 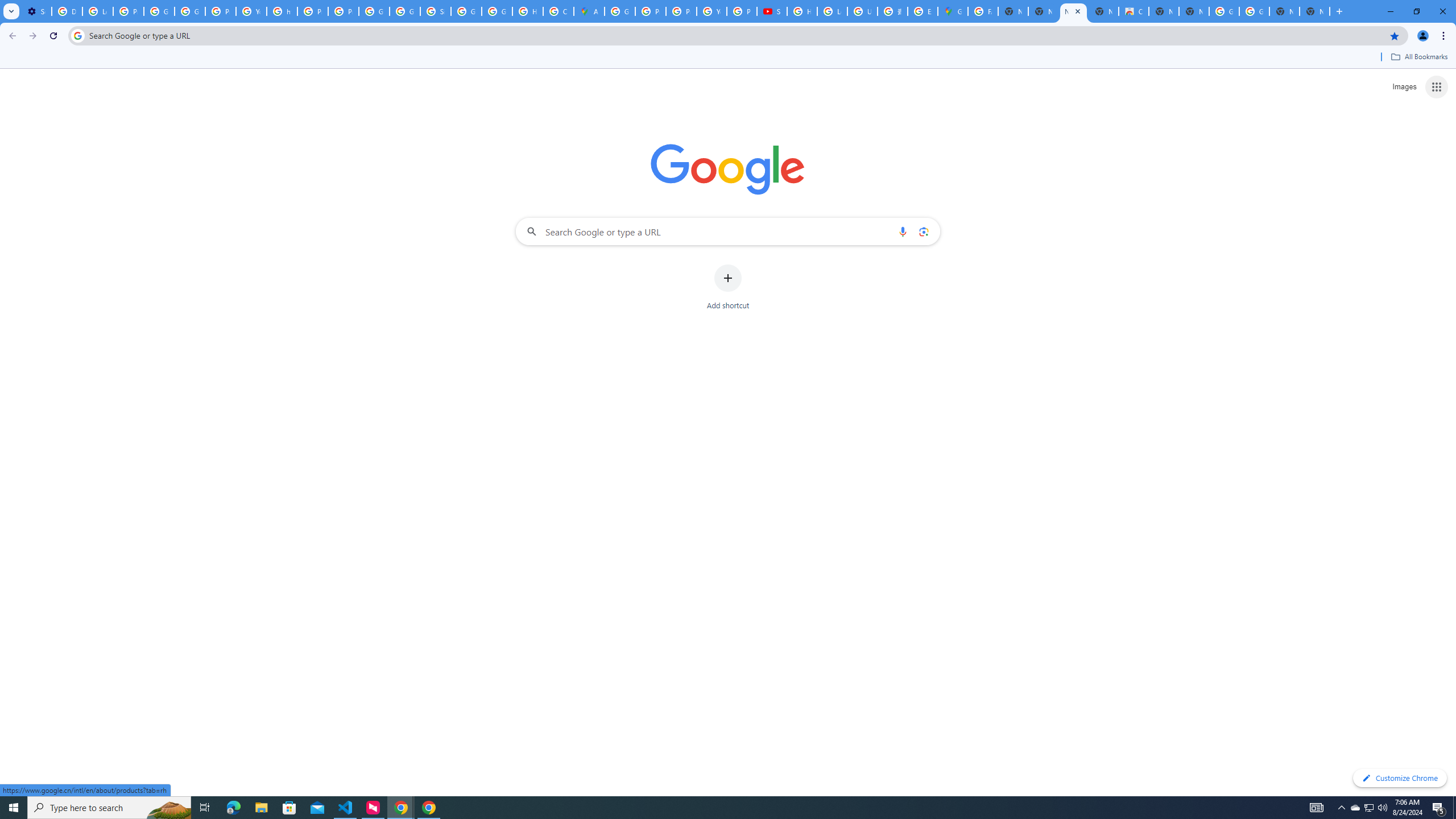 I want to click on 'Privacy Help Center - Policies Help', so click(x=651, y=11).